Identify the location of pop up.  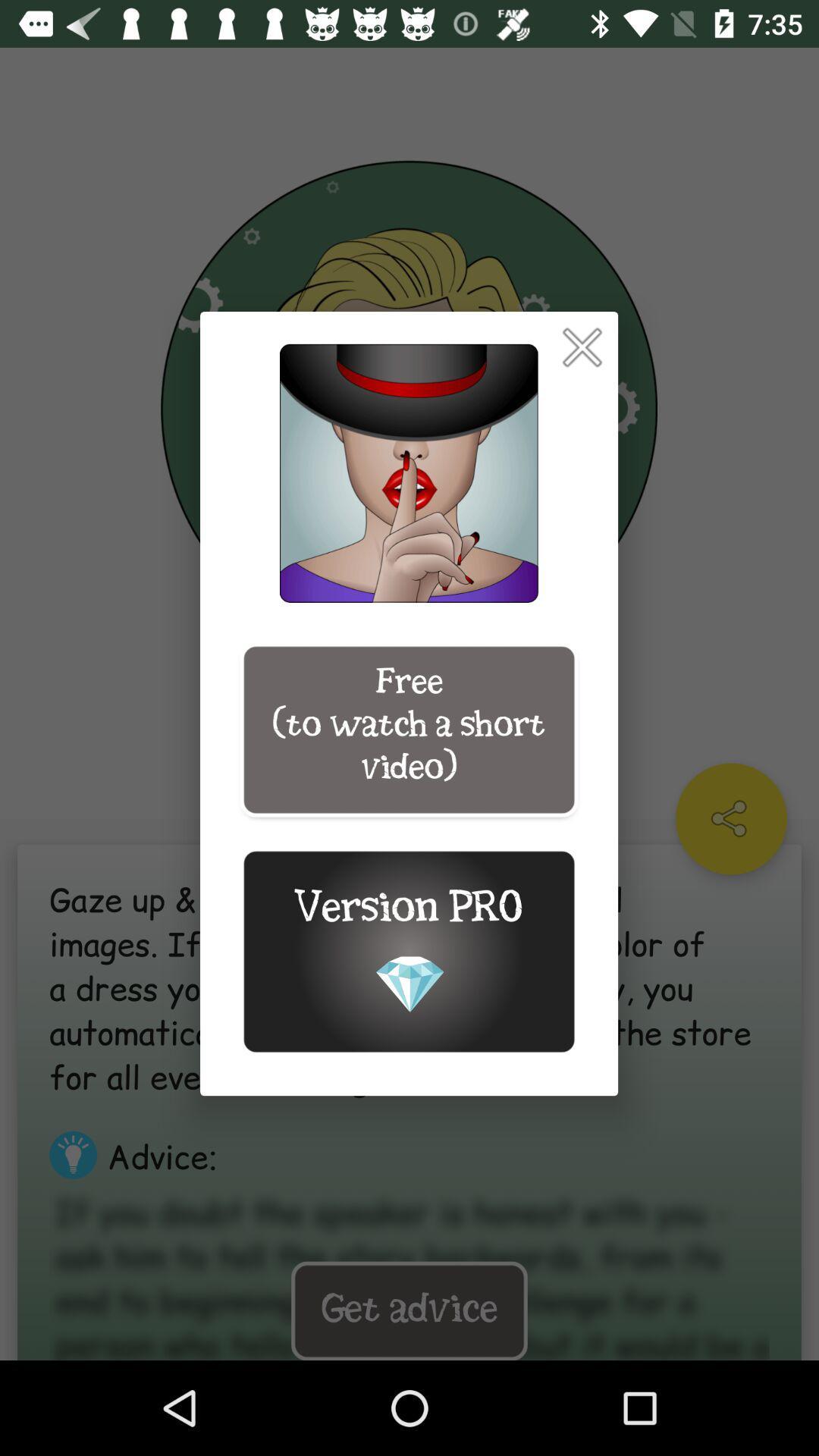
(581, 347).